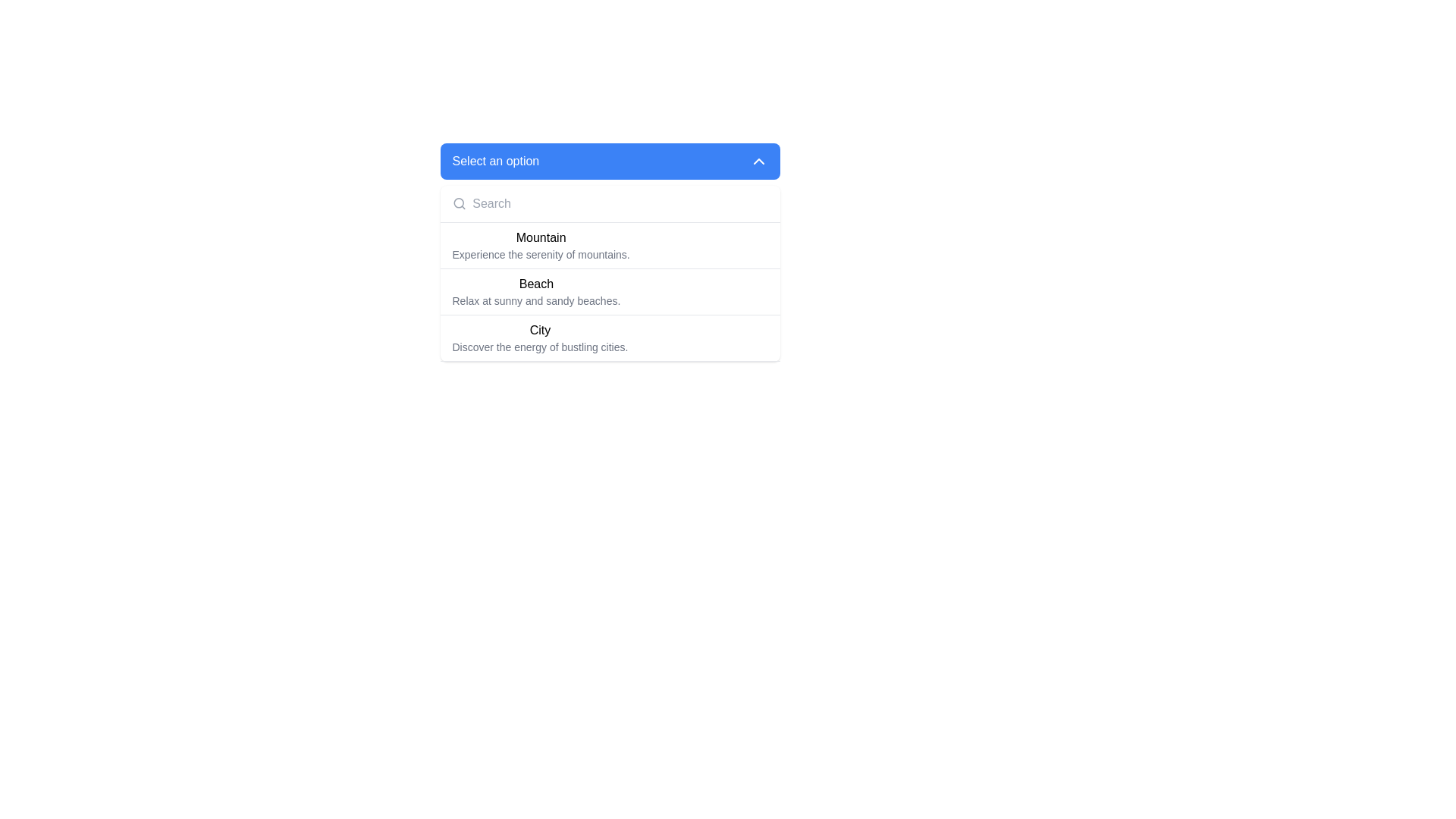 This screenshot has height=819, width=1456. I want to click on the dropdown indicator icon, so click(758, 161).